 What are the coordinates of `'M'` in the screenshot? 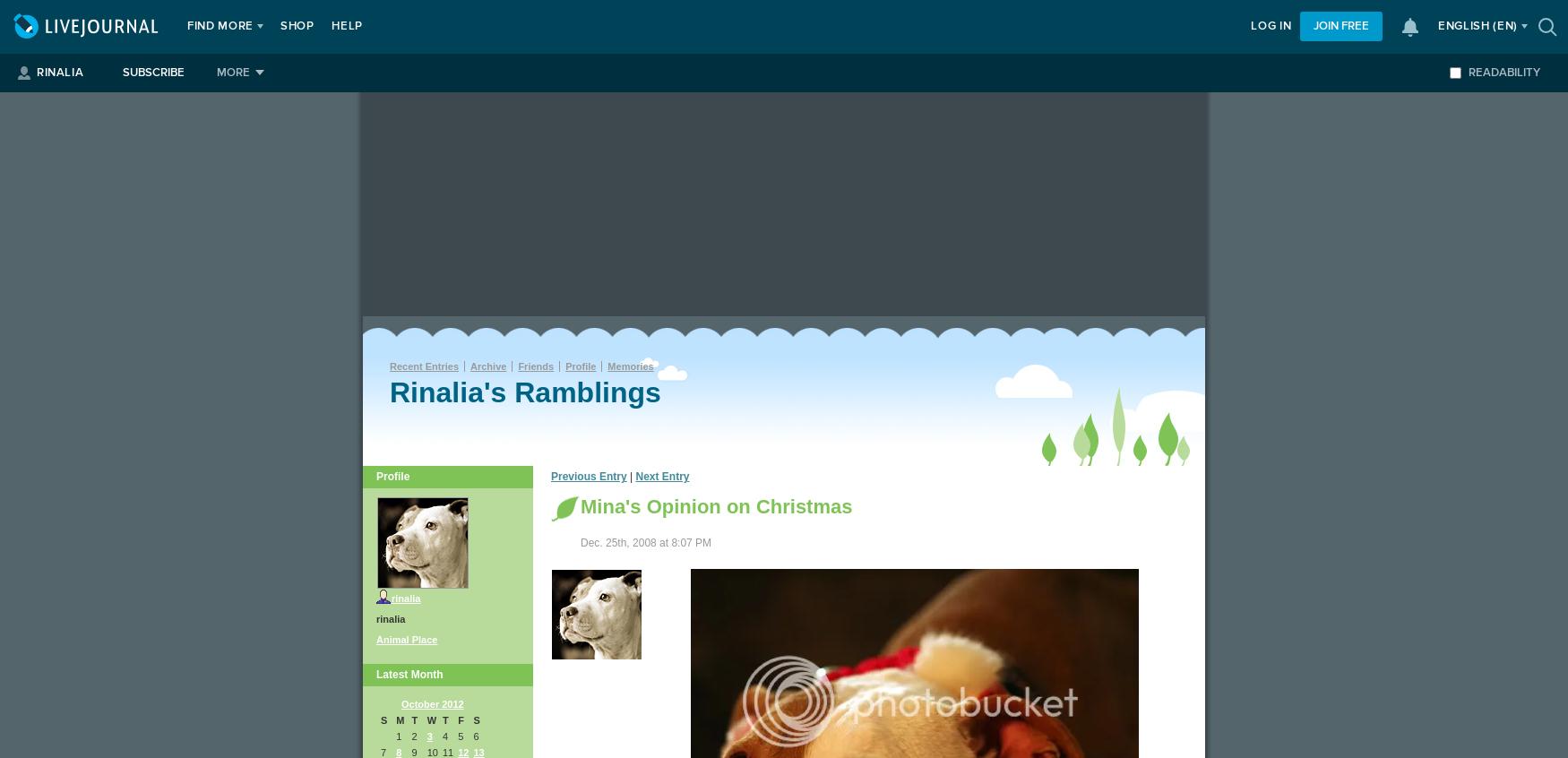 It's located at (396, 720).